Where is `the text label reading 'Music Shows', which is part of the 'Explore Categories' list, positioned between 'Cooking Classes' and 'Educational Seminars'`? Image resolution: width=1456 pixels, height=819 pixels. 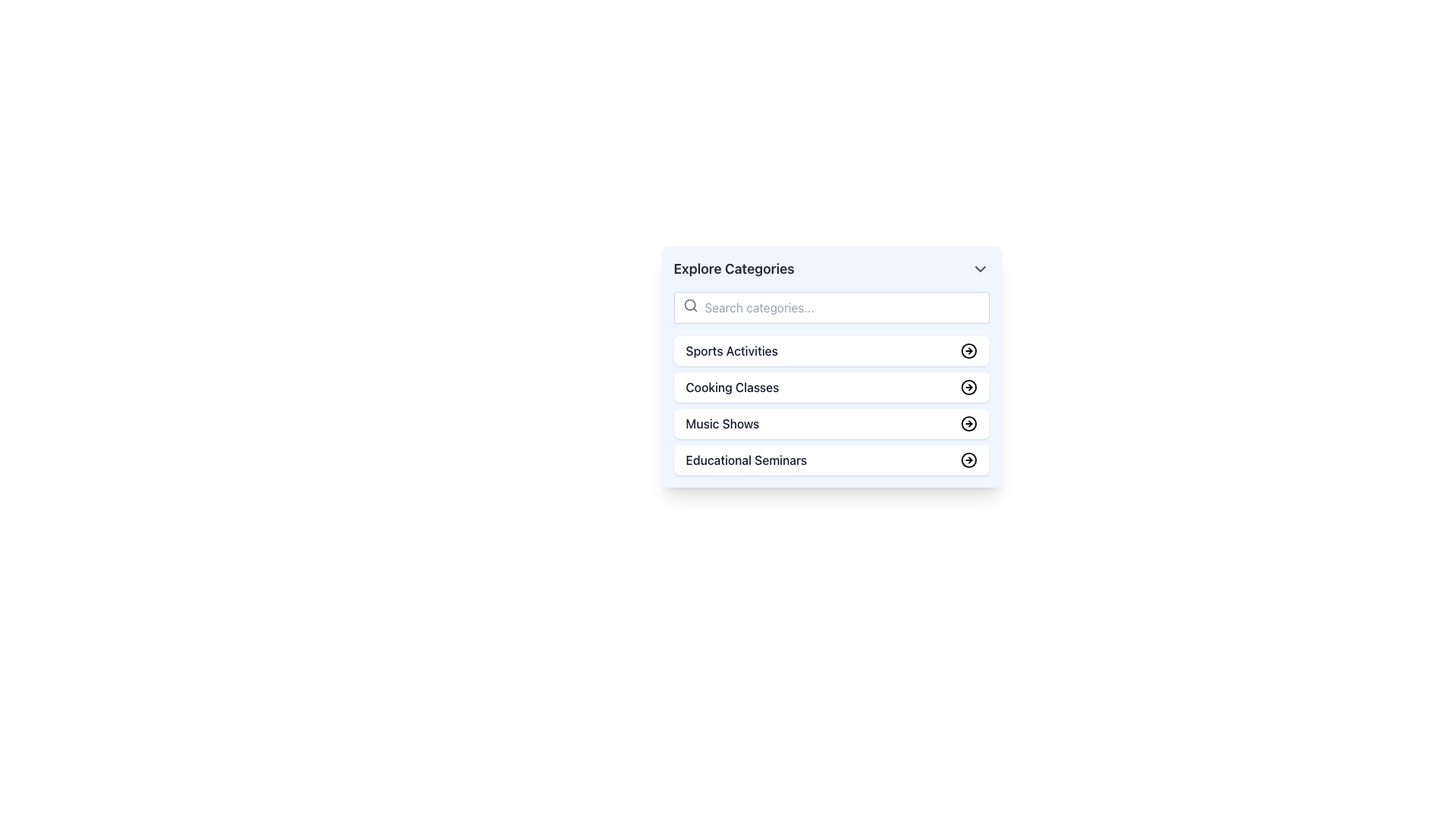
the text label reading 'Music Shows', which is part of the 'Explore Categories' list, positioned between 'Cooking Classes' and 'Educational Seminars' is located at coordinates (722, 424).